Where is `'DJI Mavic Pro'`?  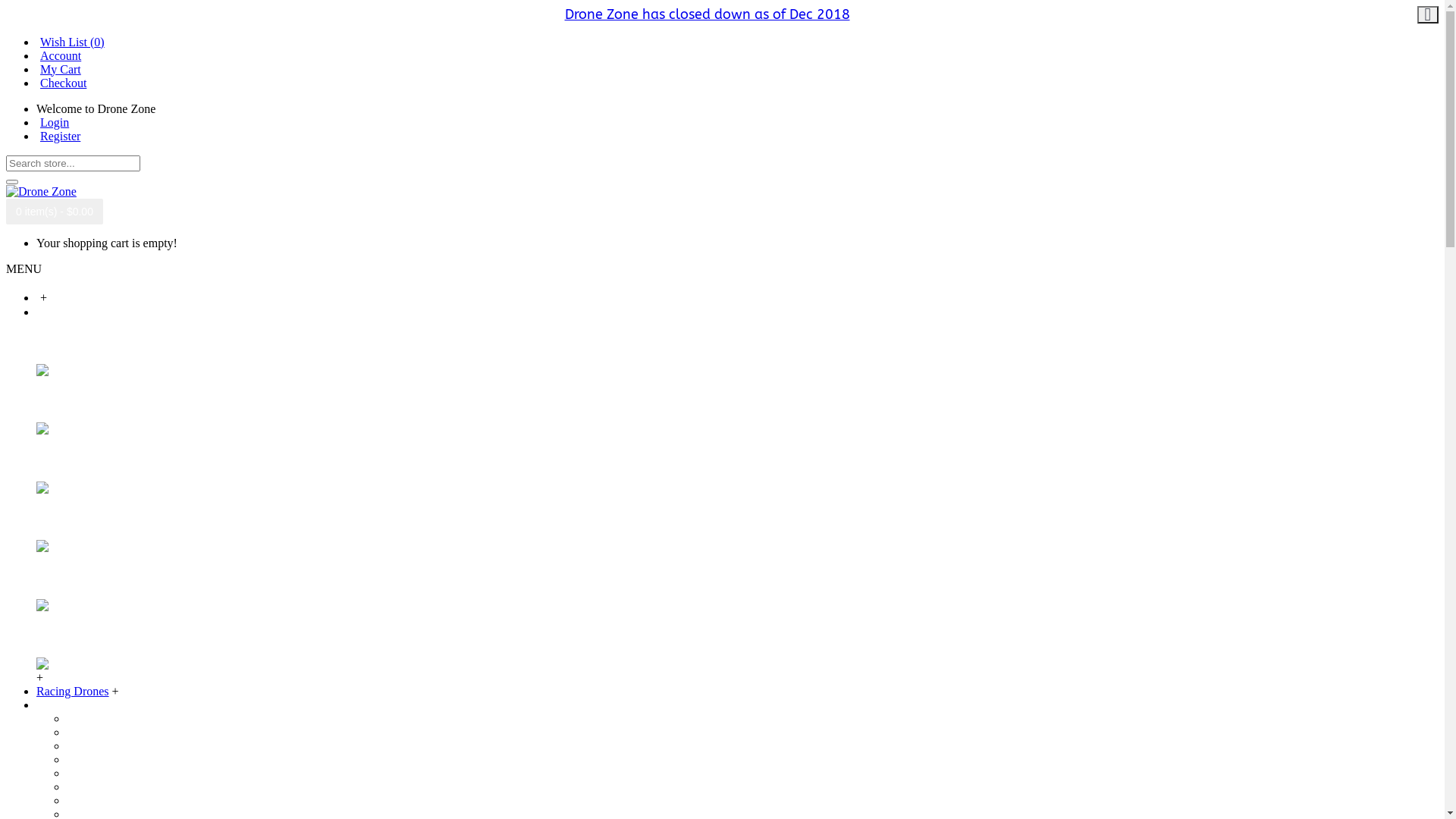
'DJI Mavic Pro' is located at coordinates (101, 731).